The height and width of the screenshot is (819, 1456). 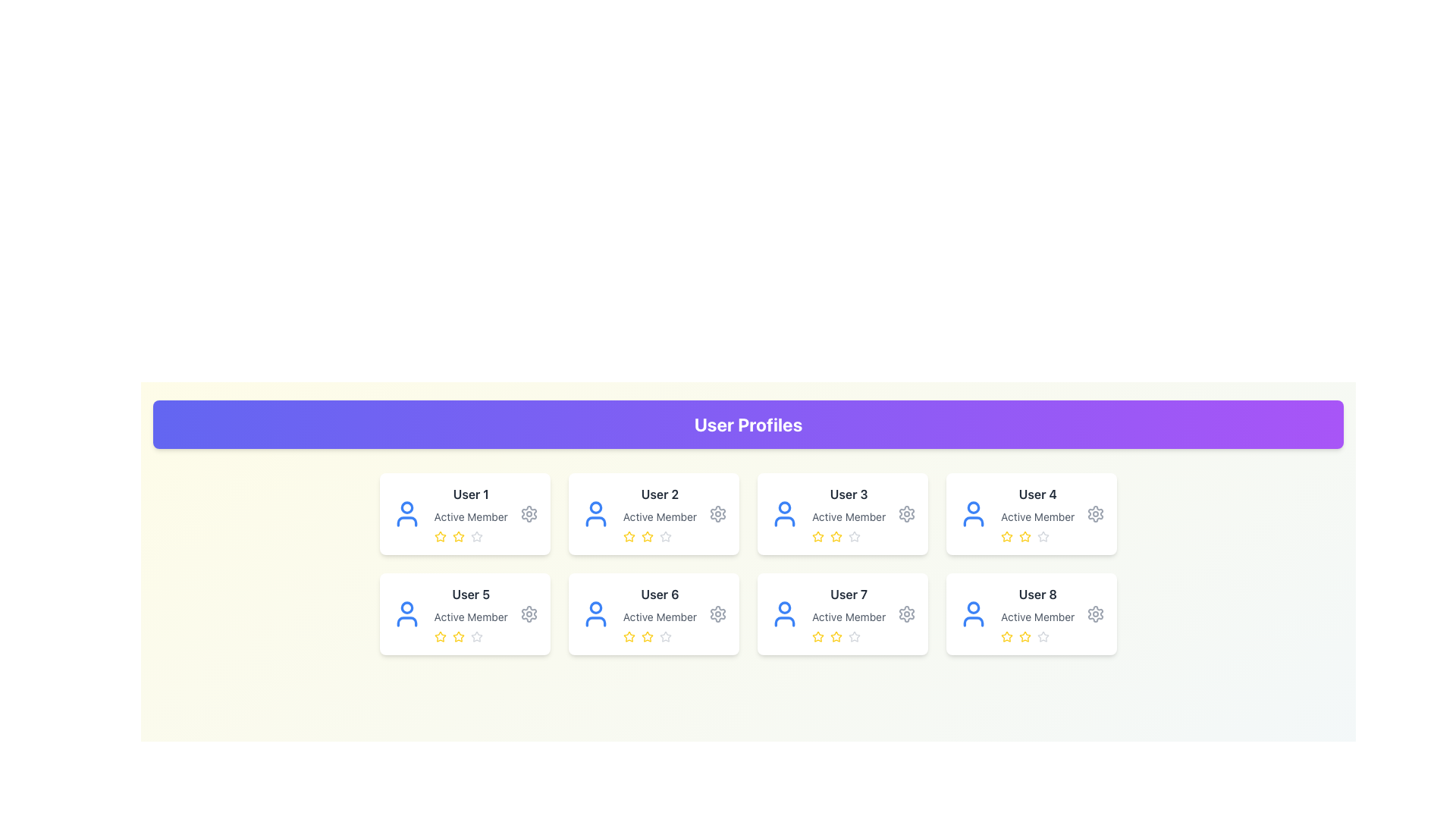 What do you see at coordinates (848, 617) in the screenshot?
I see `the status text label indicating that User 7 is an active member, located in the 'User 7' card in the bottom right corner of the 2nd row of the user grid` at bounding box center [848, 617].